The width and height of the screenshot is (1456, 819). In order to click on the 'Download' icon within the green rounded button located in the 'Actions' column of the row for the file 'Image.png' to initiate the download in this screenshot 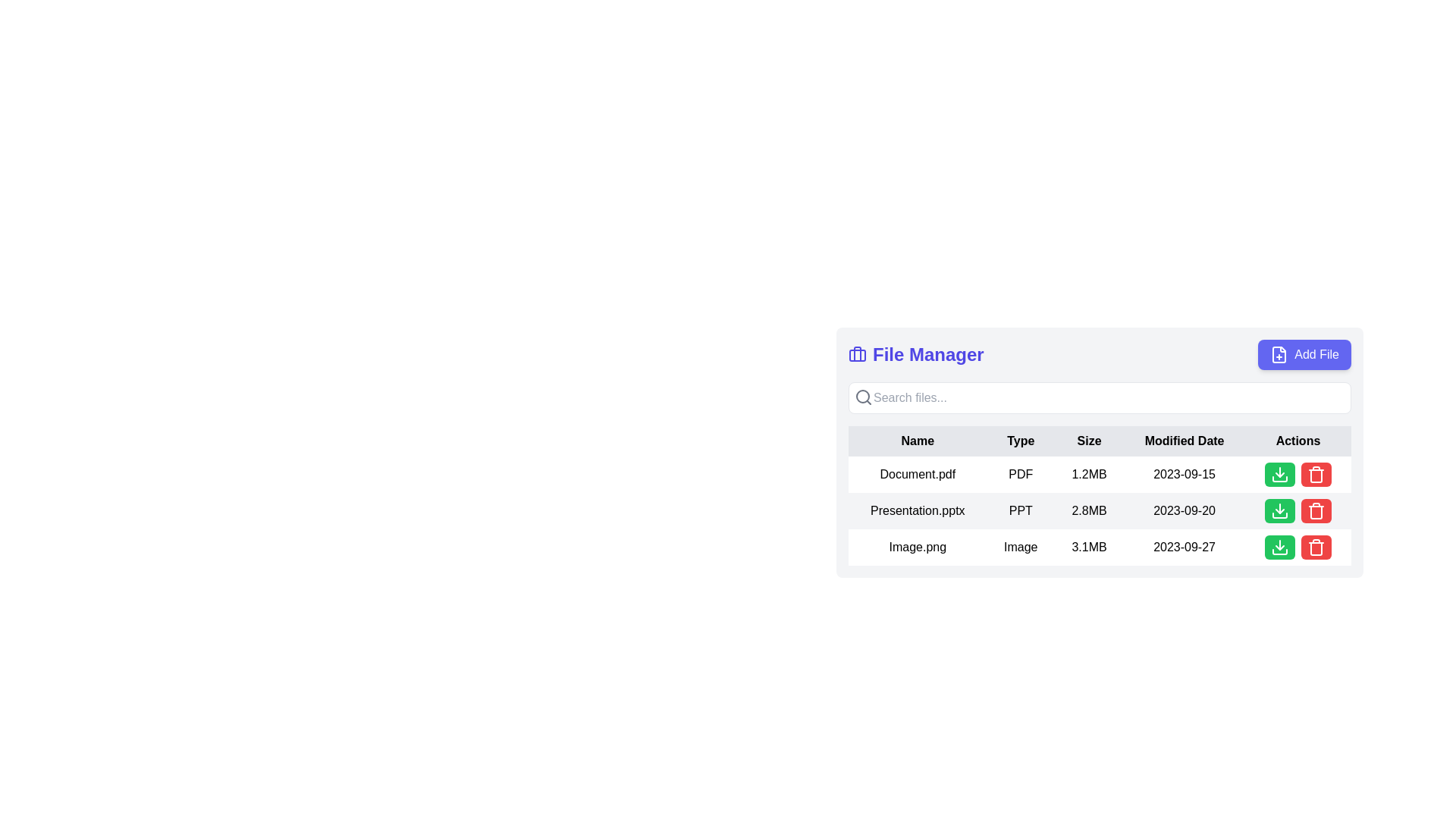, I will do `click(1279, 547)`.